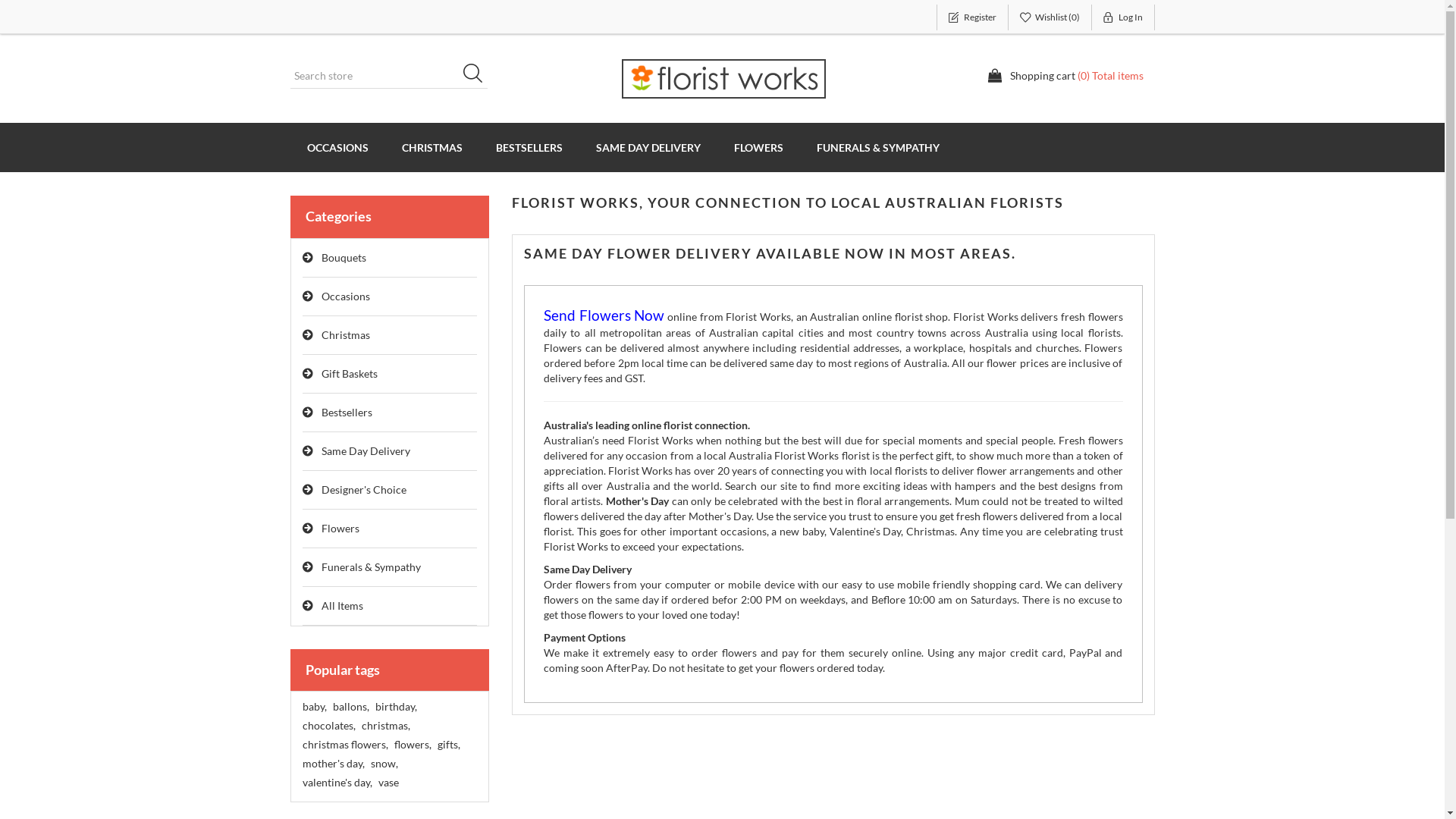 The image size is (1456, 819). What do you see at coordinates (331, 707) in the screenshot?
I see `'ballons,'` at bounding box center [331, 707].